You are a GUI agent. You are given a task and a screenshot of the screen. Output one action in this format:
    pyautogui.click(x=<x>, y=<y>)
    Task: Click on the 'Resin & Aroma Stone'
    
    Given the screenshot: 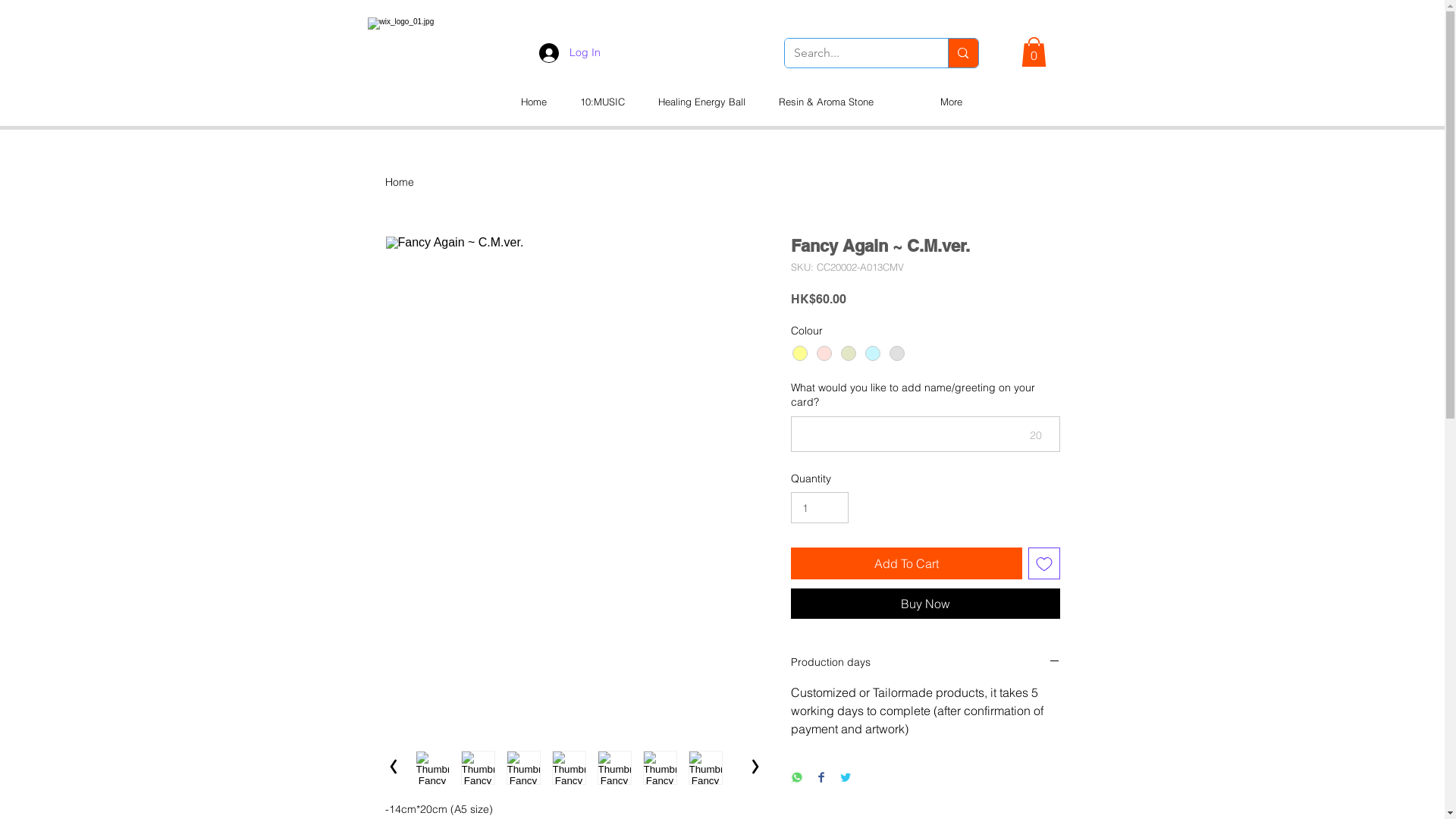 What is the action you would take?
    pyautogui.click(x=824, y=102)
    